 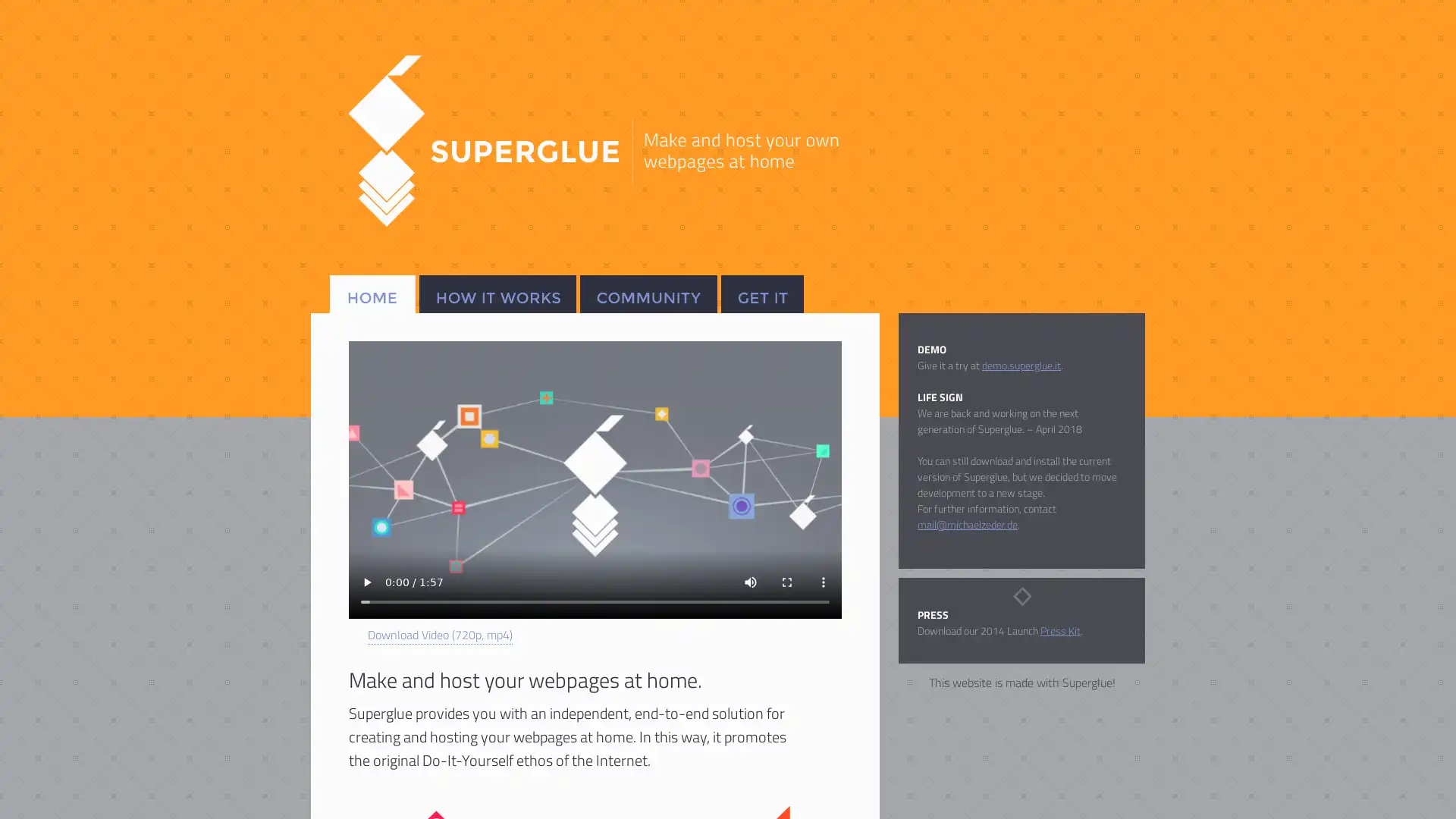 I want to click on enter full screen, so click(x=786, y=581).